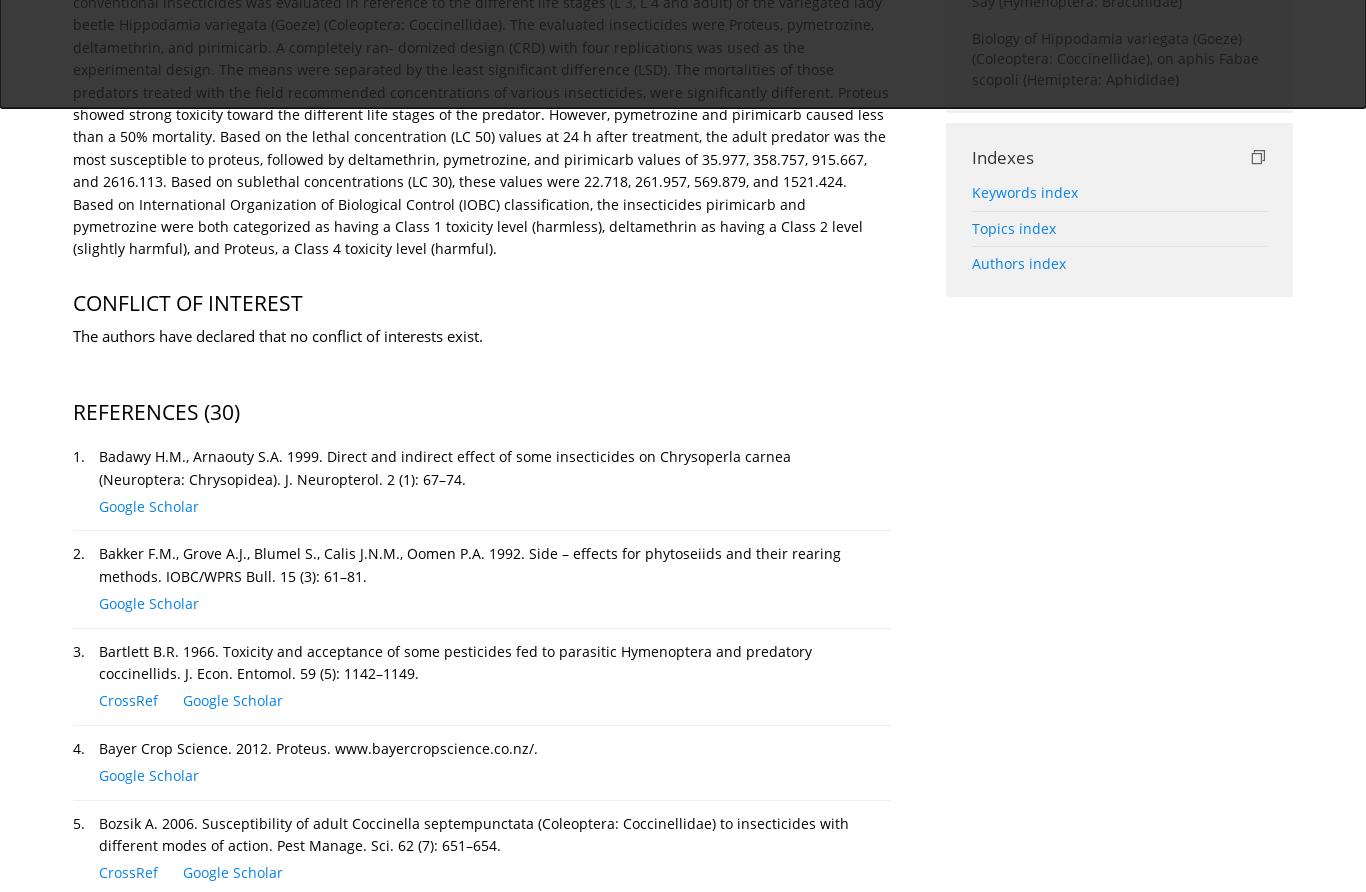  What do you see at coordinates (78, 553) in the screenshot?
I see `'2.'` at bounding box center [78, 553].